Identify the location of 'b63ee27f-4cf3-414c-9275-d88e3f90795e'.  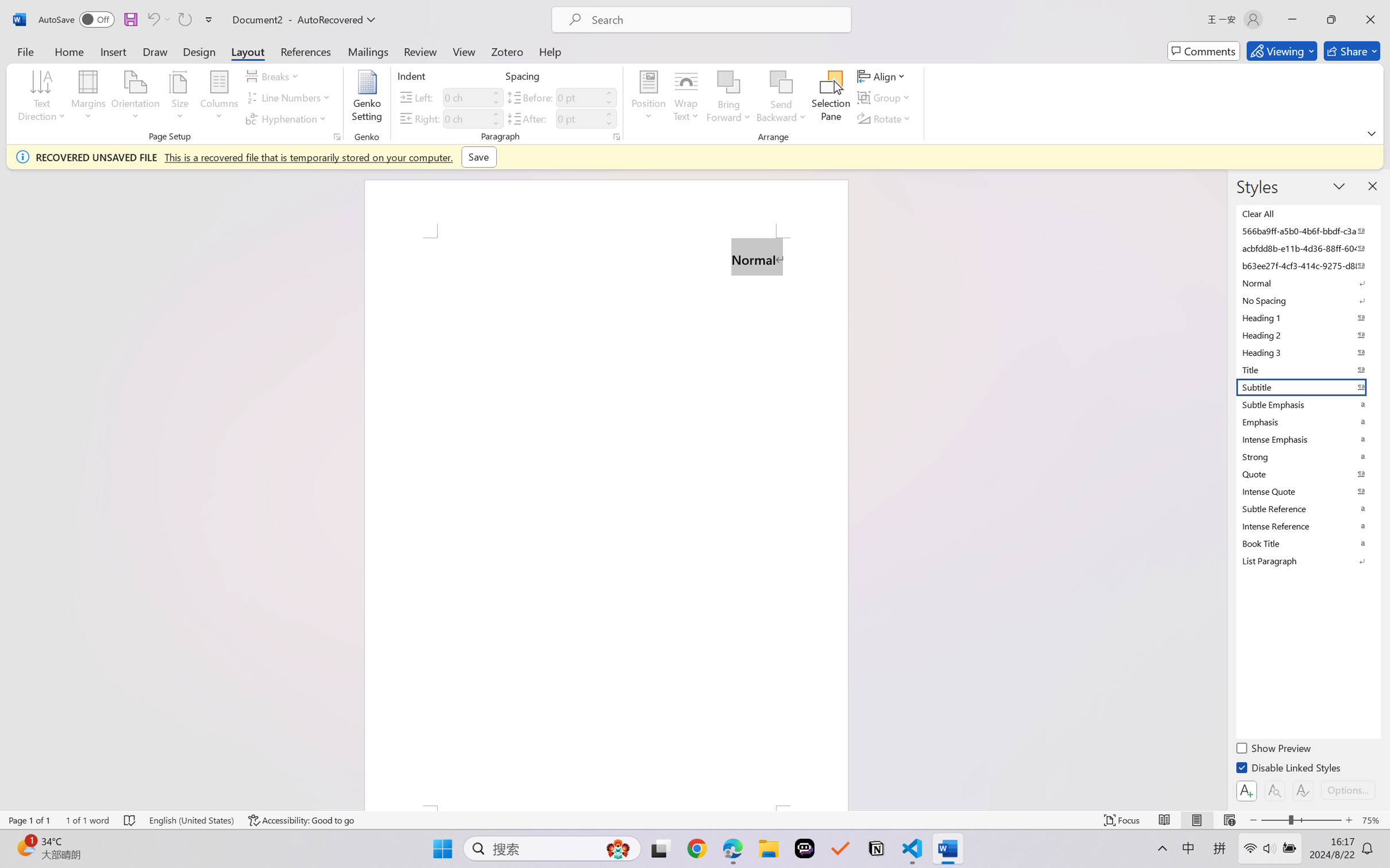
(1307, 265).